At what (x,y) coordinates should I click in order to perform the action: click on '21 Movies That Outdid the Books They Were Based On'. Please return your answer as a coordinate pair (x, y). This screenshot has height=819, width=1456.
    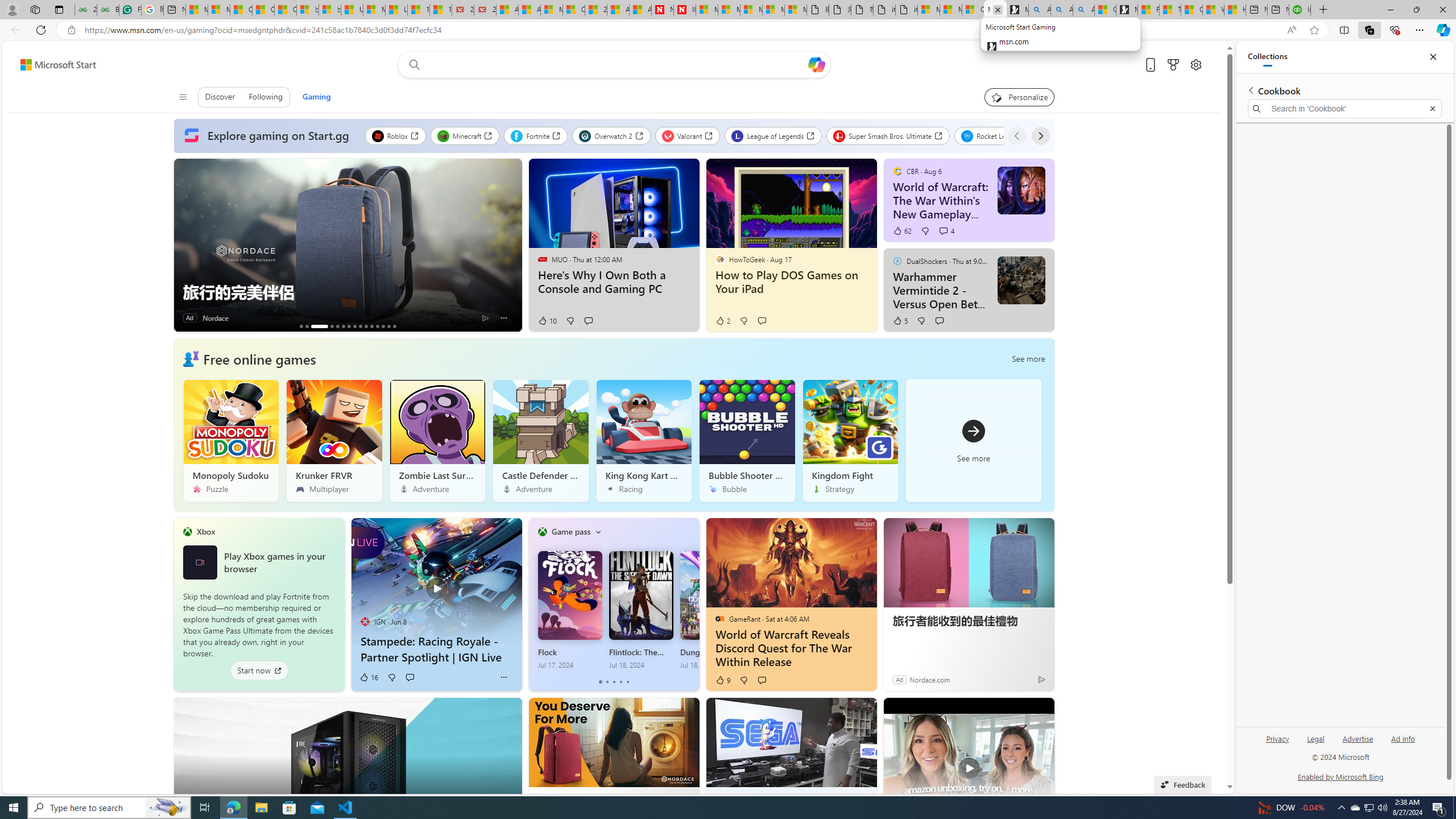
    Looking at the image, I should click on (484, 9).